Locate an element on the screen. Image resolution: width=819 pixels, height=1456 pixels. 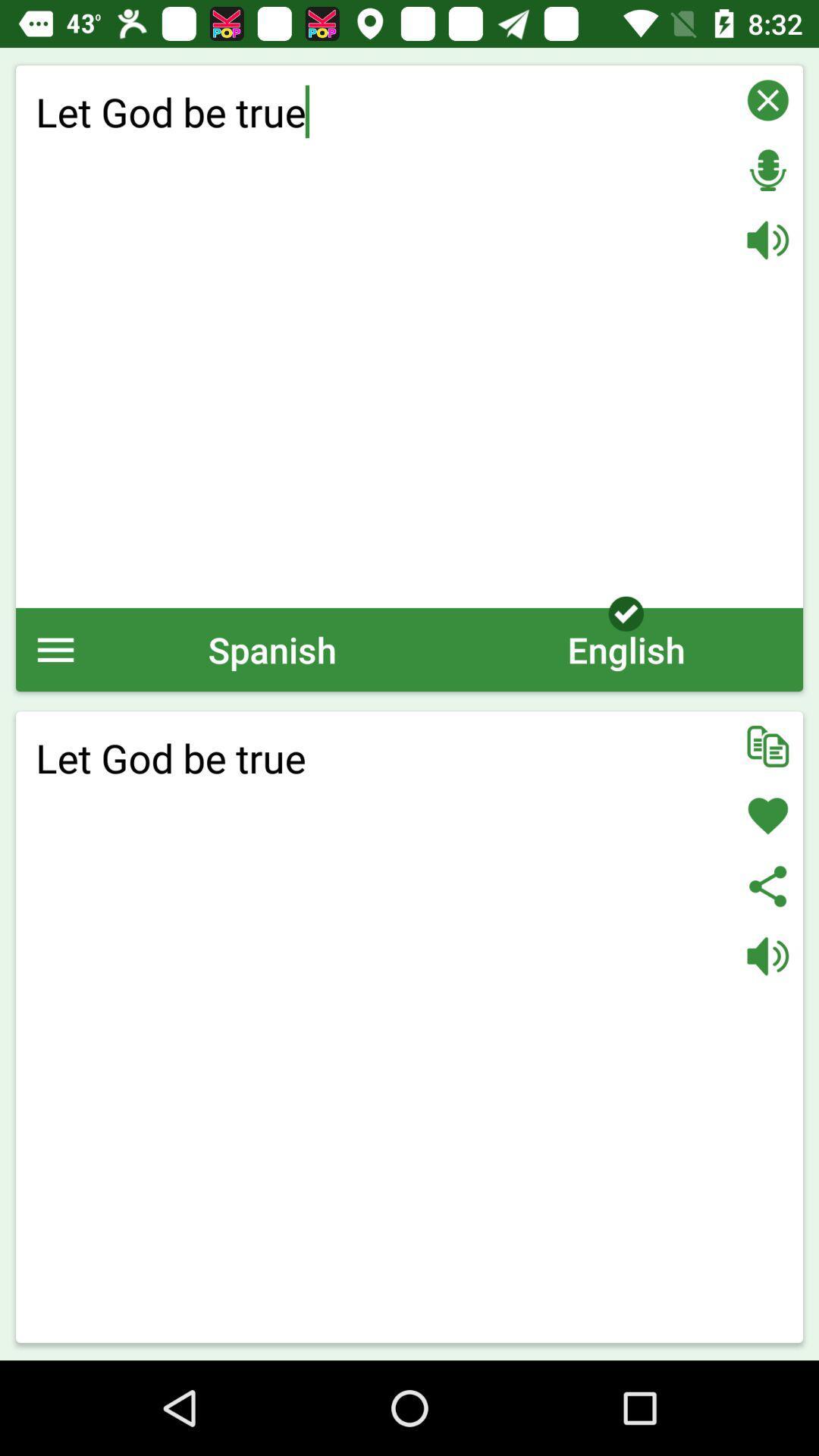
the icon to the left of the spanish is located at coordinates (55, 649).